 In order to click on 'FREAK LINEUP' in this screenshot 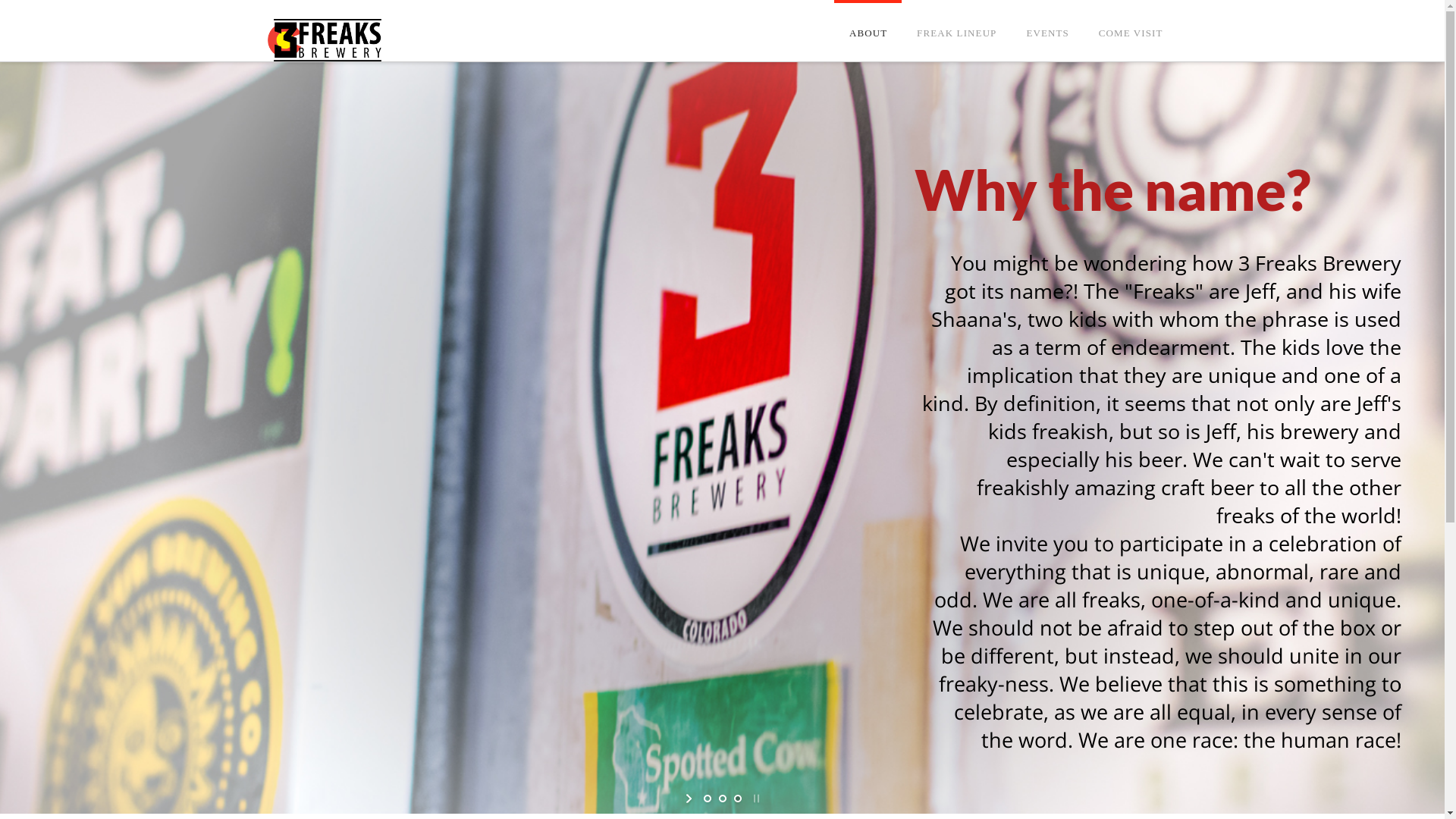, I will do `click(955, 14)`.